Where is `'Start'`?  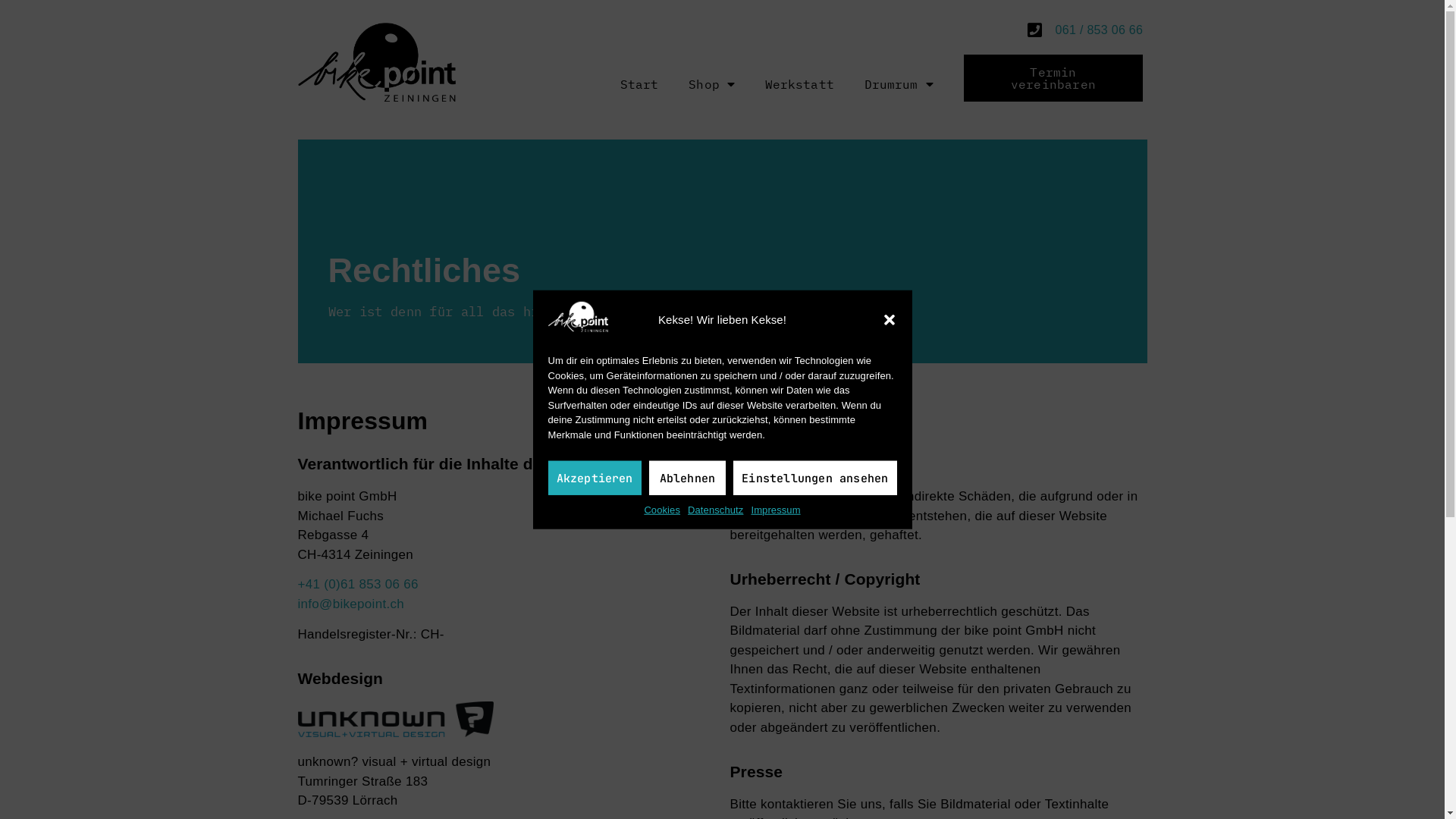
'Start' is located at coordinates (639, 84).